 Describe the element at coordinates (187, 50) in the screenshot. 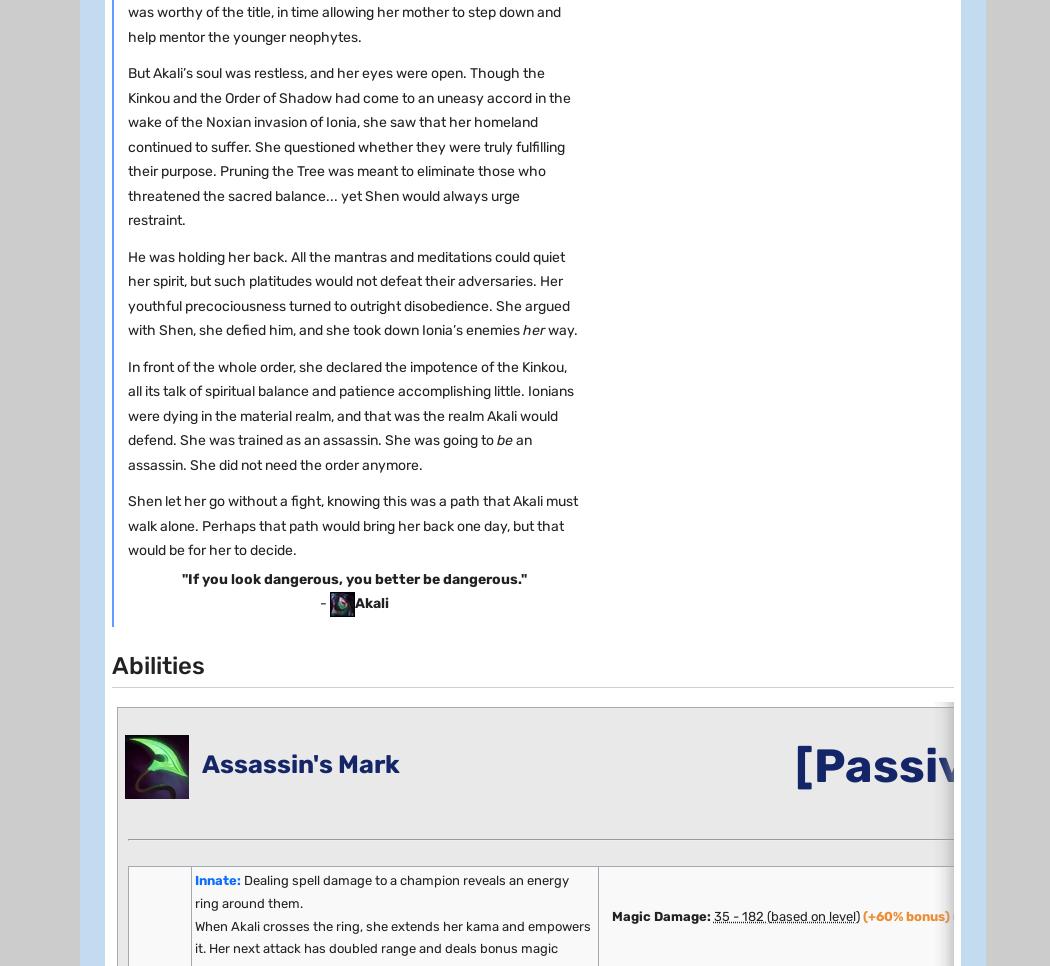

I see `'BASE HEALTH :'` at that location.